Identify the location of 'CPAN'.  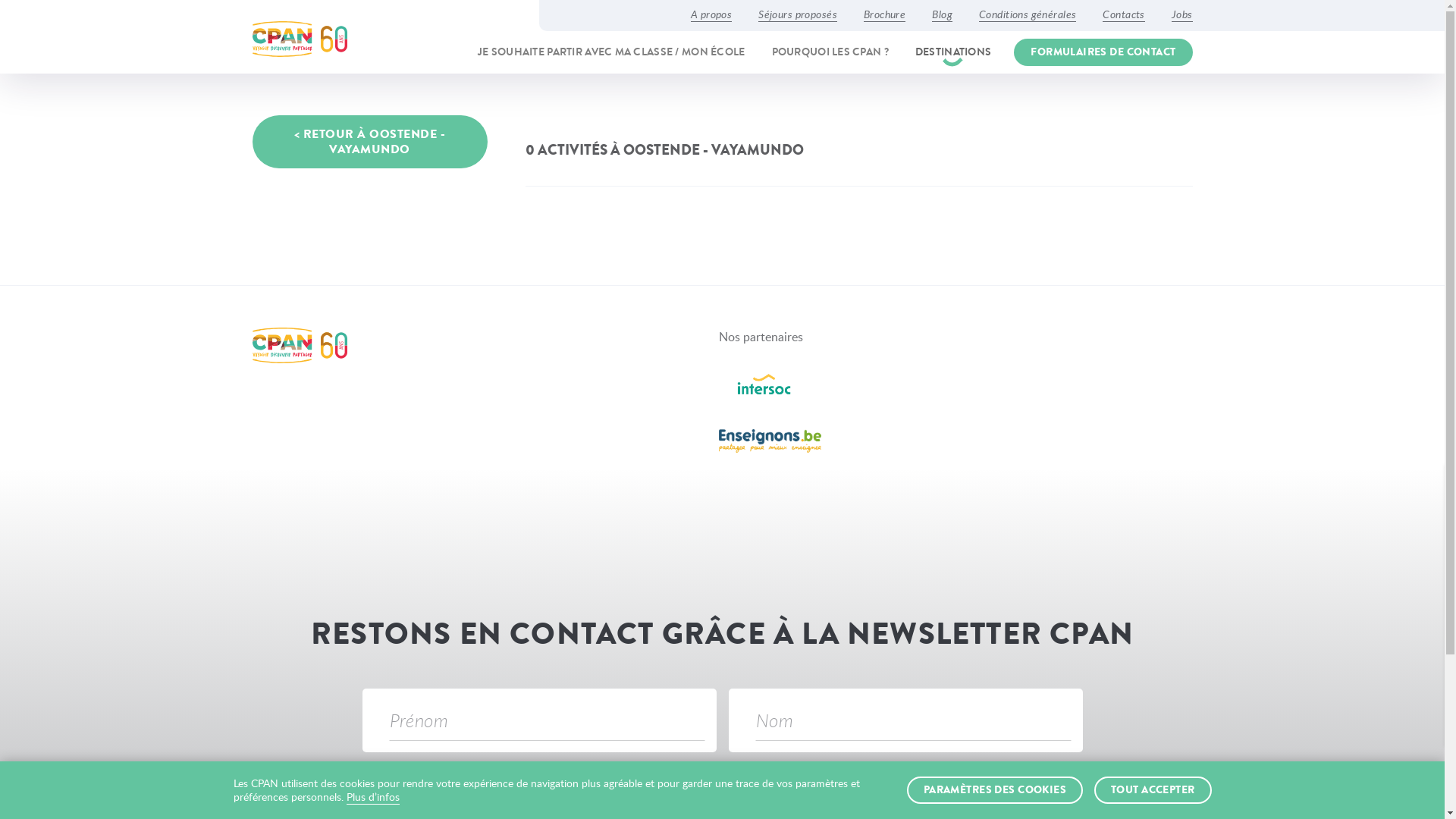
(299, 38).